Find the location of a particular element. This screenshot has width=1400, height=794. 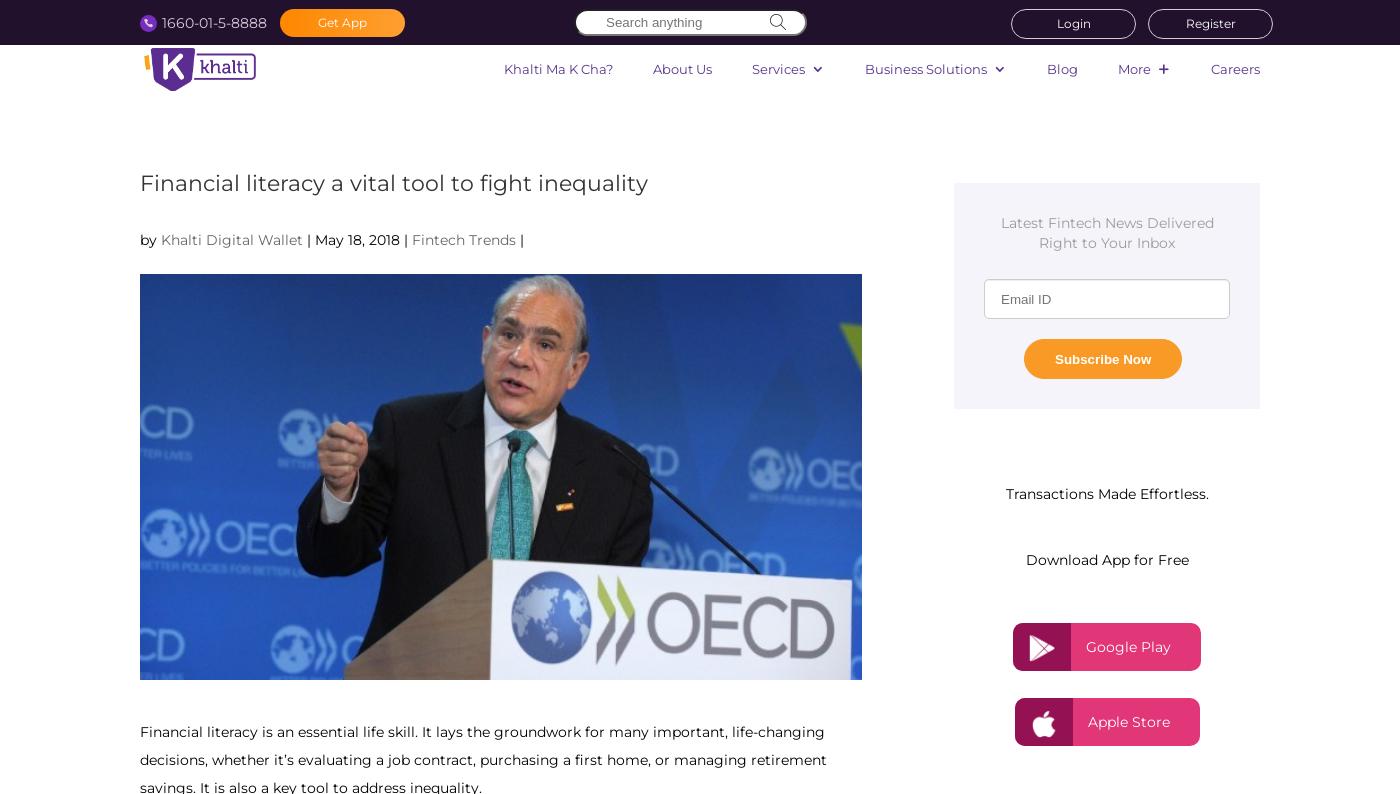

'Google Play' is located at coordinates (1085, 644).